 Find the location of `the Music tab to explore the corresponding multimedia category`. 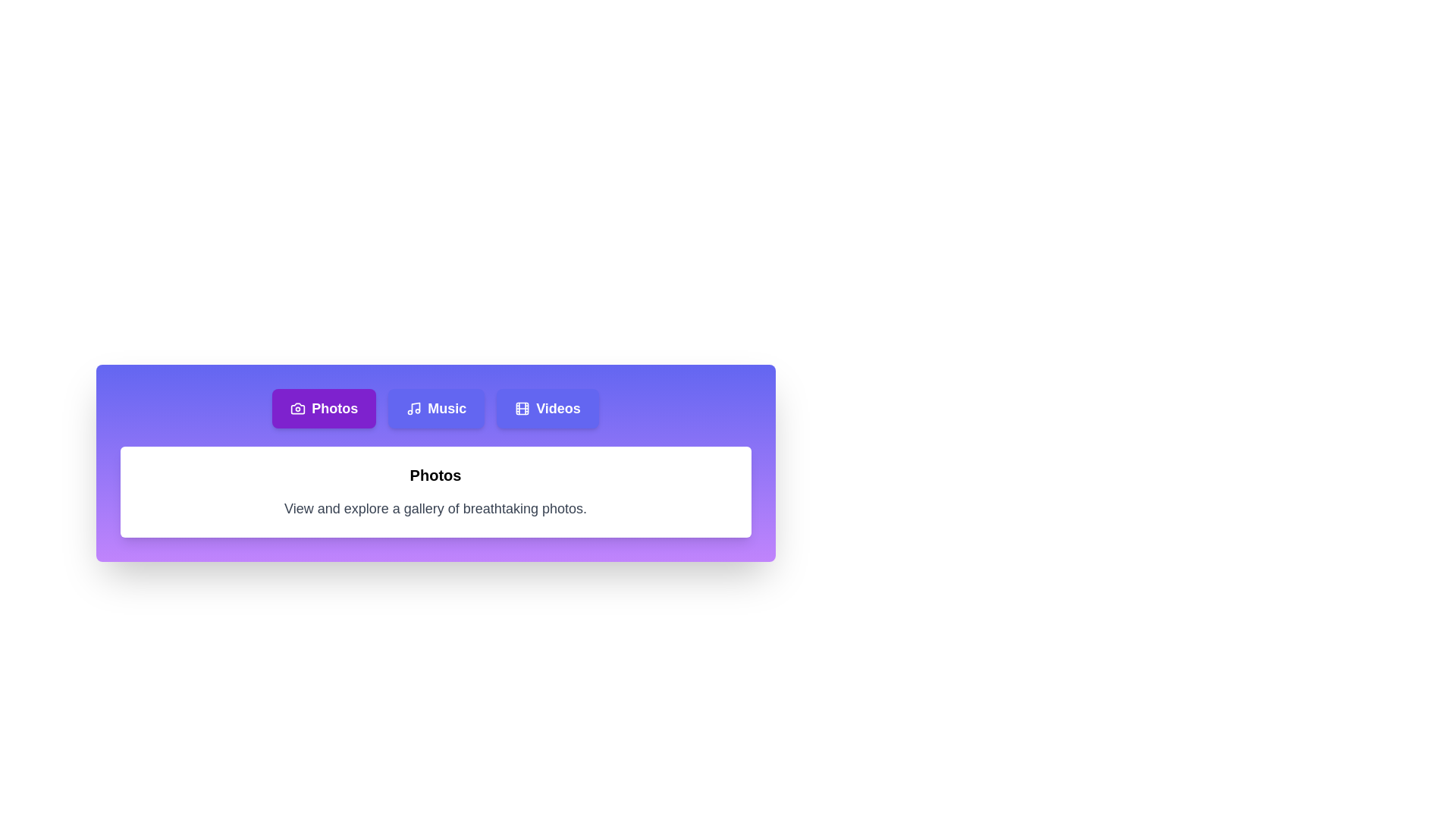

the Music tab to explore the corresponding multimedia category is located at coordinates (435, 408).